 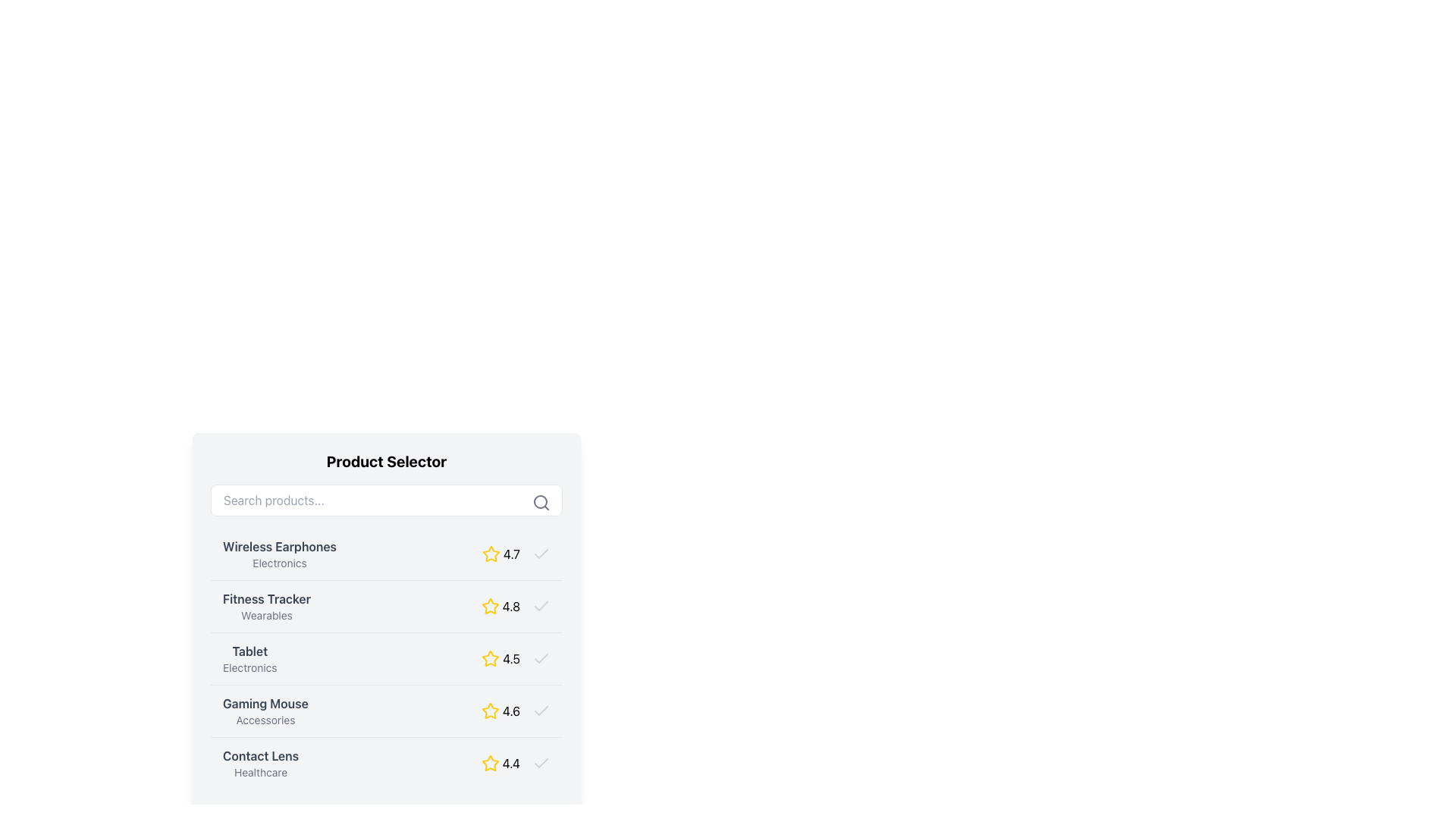 What do you see at coordinates (516, 711) in the screenshot?
I see `the yellow star icon with the text '4.6' that is part of the 'Gaming Mouse' row, positioned between 'Accessories' and a checkmark icon` at bounding box center [516, 711].